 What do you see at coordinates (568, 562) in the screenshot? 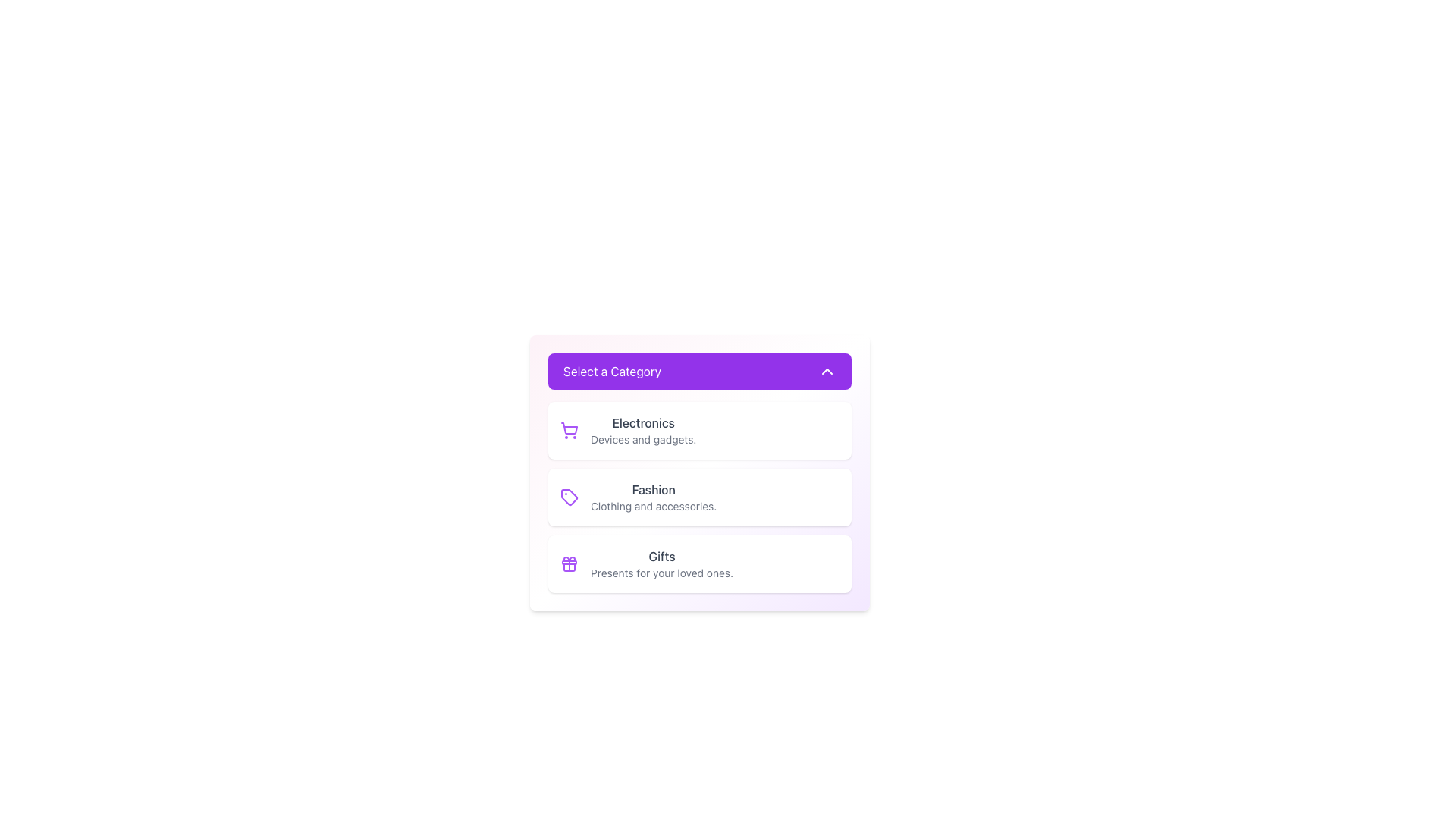
I see `the decorative ribbon-like feature of the 'gift' icon located next to the 'Gifts' text in the list` at bounding box center [568, 562].